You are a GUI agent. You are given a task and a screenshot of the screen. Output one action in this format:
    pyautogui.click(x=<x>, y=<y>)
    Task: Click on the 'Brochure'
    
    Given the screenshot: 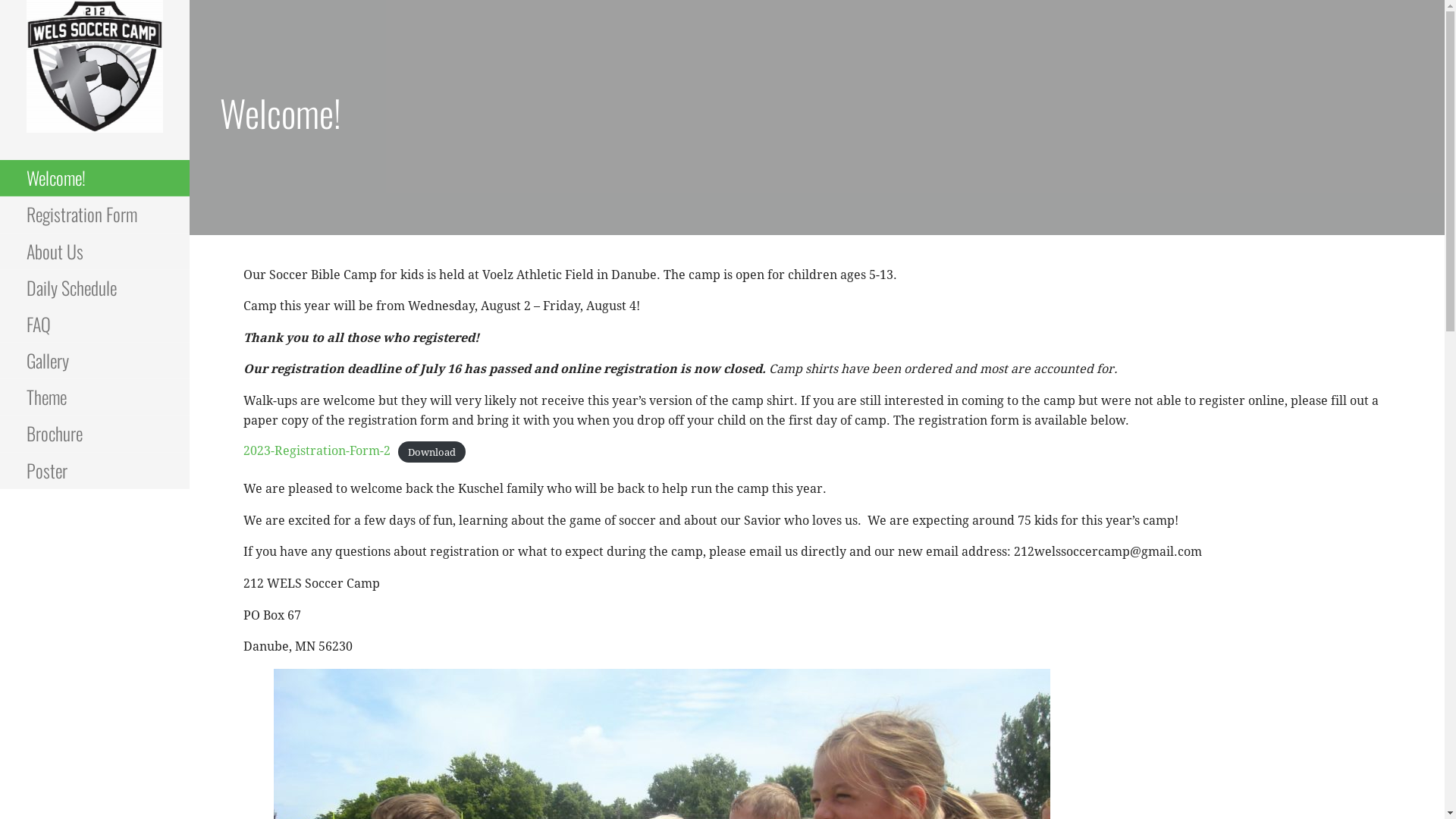 What is the action you would take?
    pyautogui.click(x=93, y=433)
    